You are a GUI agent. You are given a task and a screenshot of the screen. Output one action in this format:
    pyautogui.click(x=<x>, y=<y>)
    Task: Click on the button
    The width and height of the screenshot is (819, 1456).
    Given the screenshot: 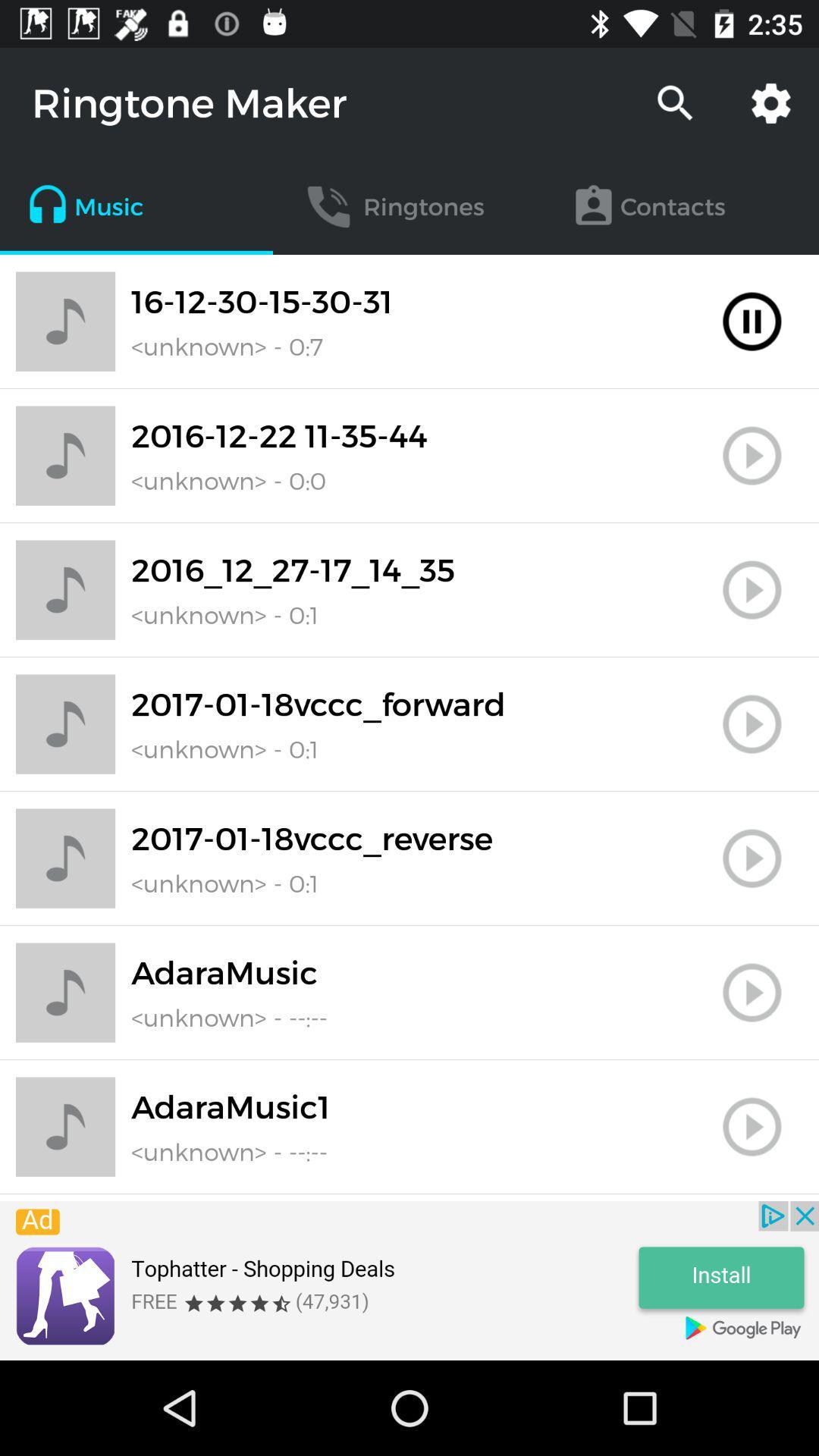 What is the action you would take?
    pyautogui.click(x=752, y=858)
    